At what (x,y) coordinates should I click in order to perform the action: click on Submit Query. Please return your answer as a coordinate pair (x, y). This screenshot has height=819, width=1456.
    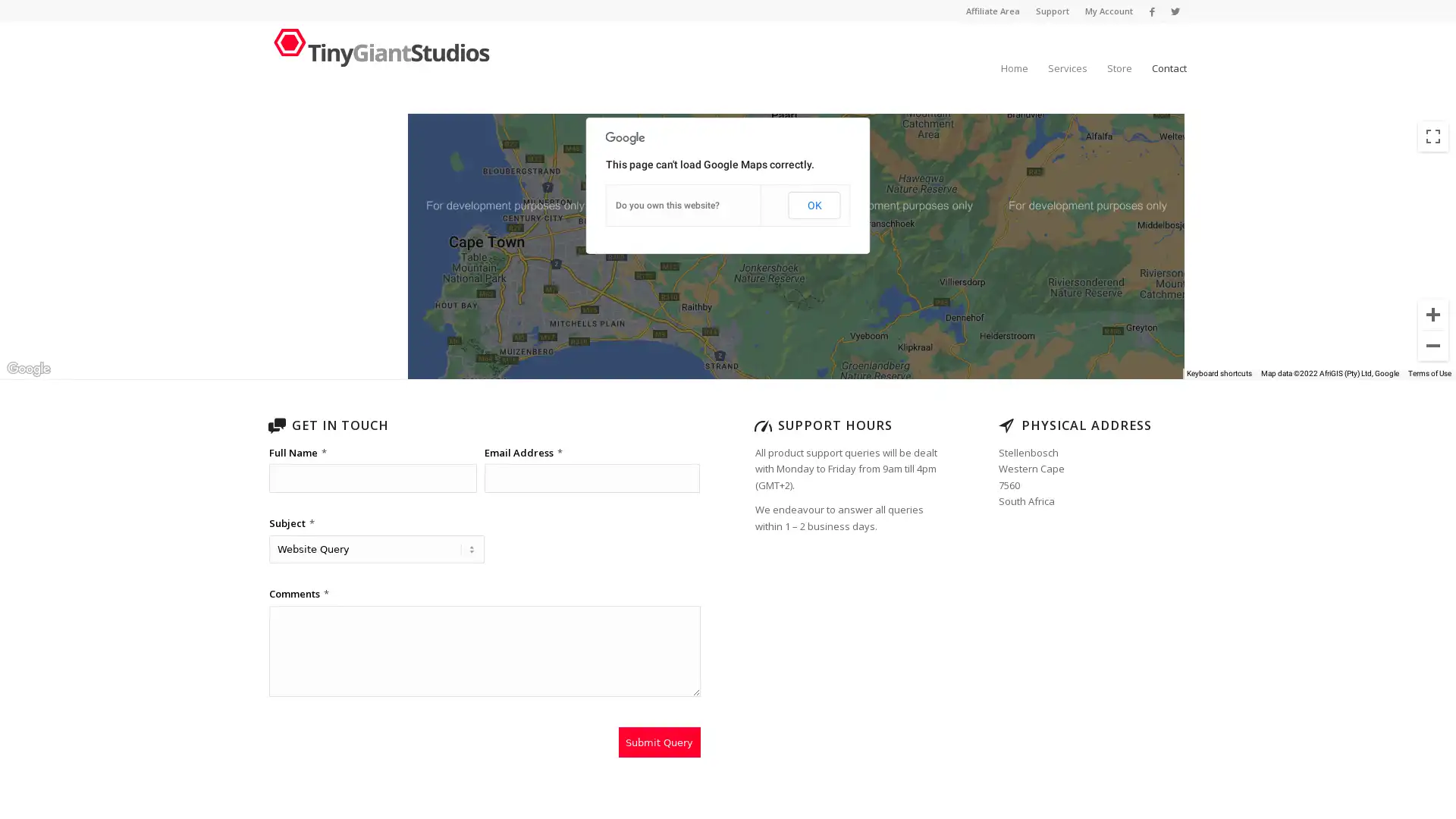
    Looking at the image, I should click on (659, 742).